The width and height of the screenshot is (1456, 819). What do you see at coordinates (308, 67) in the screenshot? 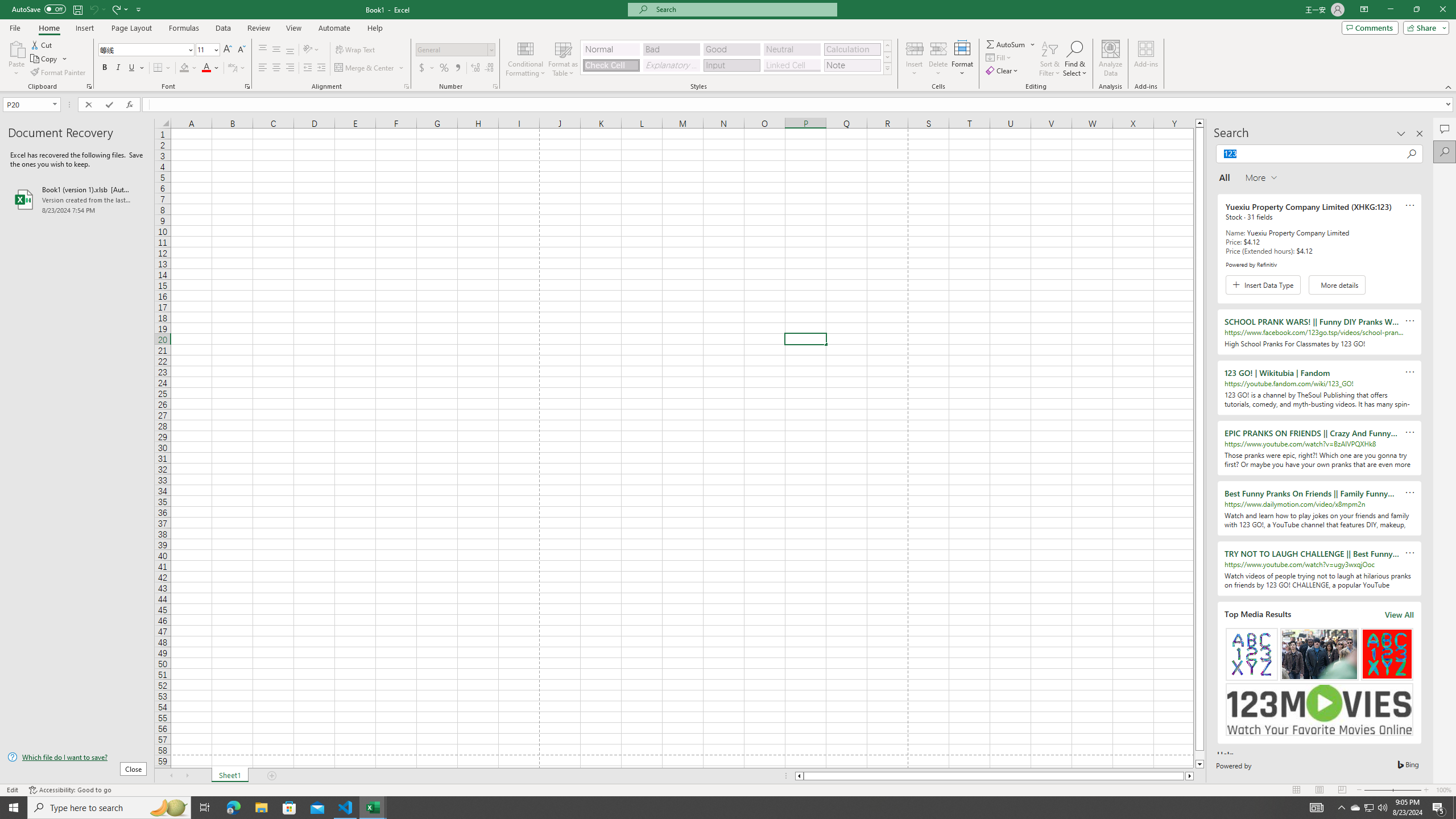
I see `'Decrease Indent'` at bounding box center [308, 67].